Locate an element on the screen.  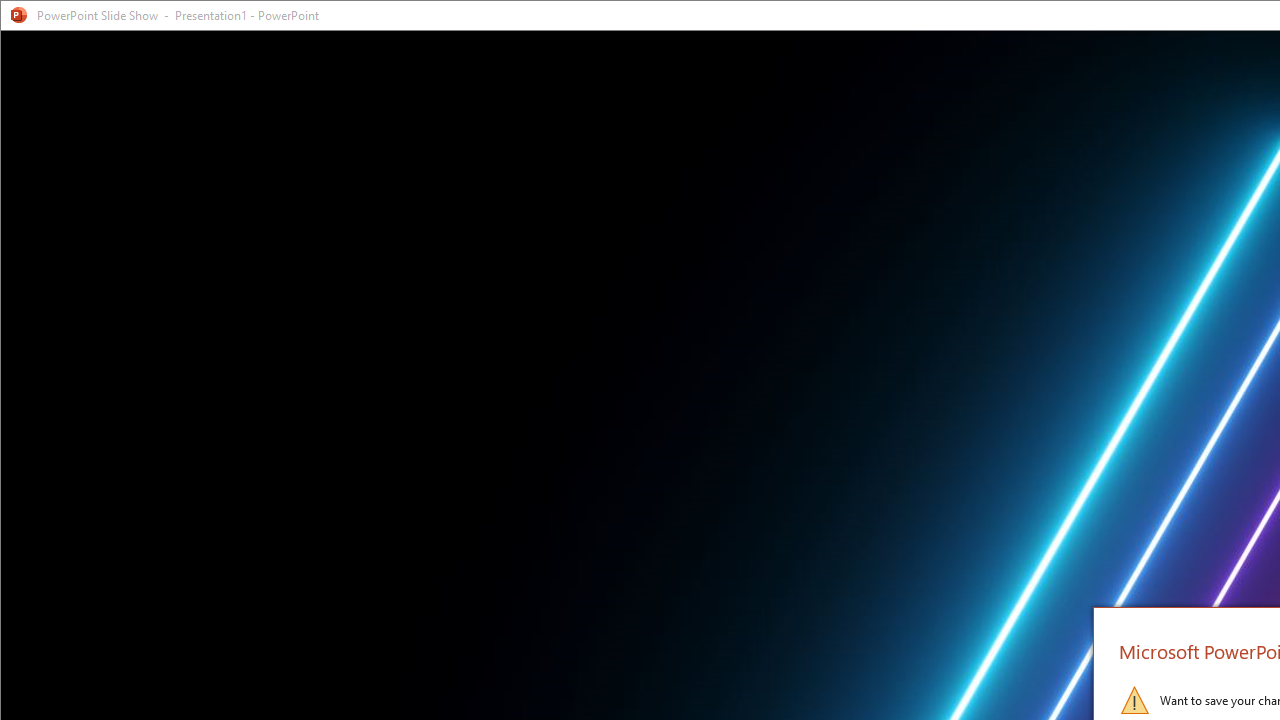
'Warning Icon' is located at coordinates (1134, 698).